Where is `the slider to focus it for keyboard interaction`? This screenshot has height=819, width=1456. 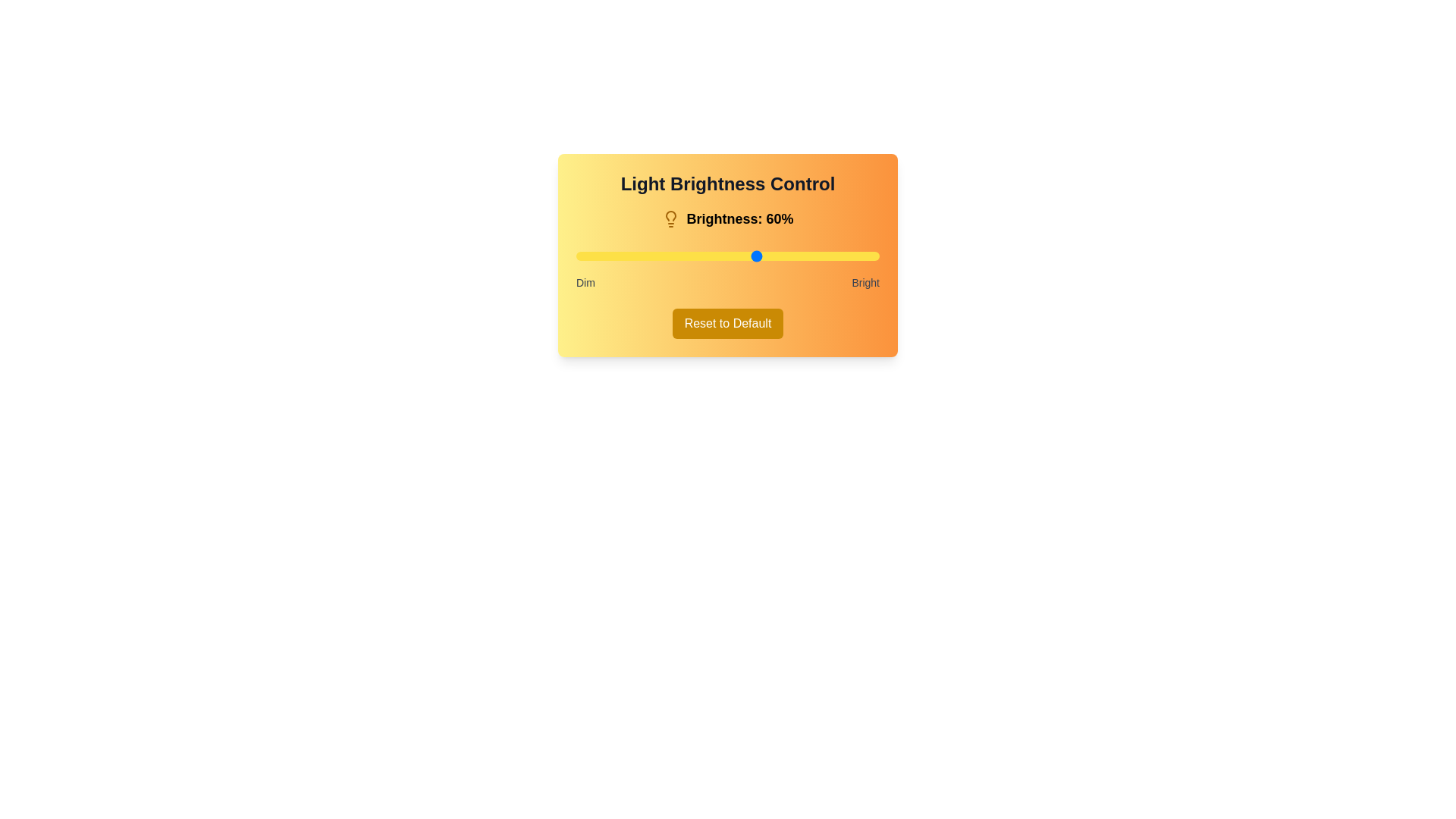 the slider to focus it for keyboard interaction is located at coordinates (728, 256).